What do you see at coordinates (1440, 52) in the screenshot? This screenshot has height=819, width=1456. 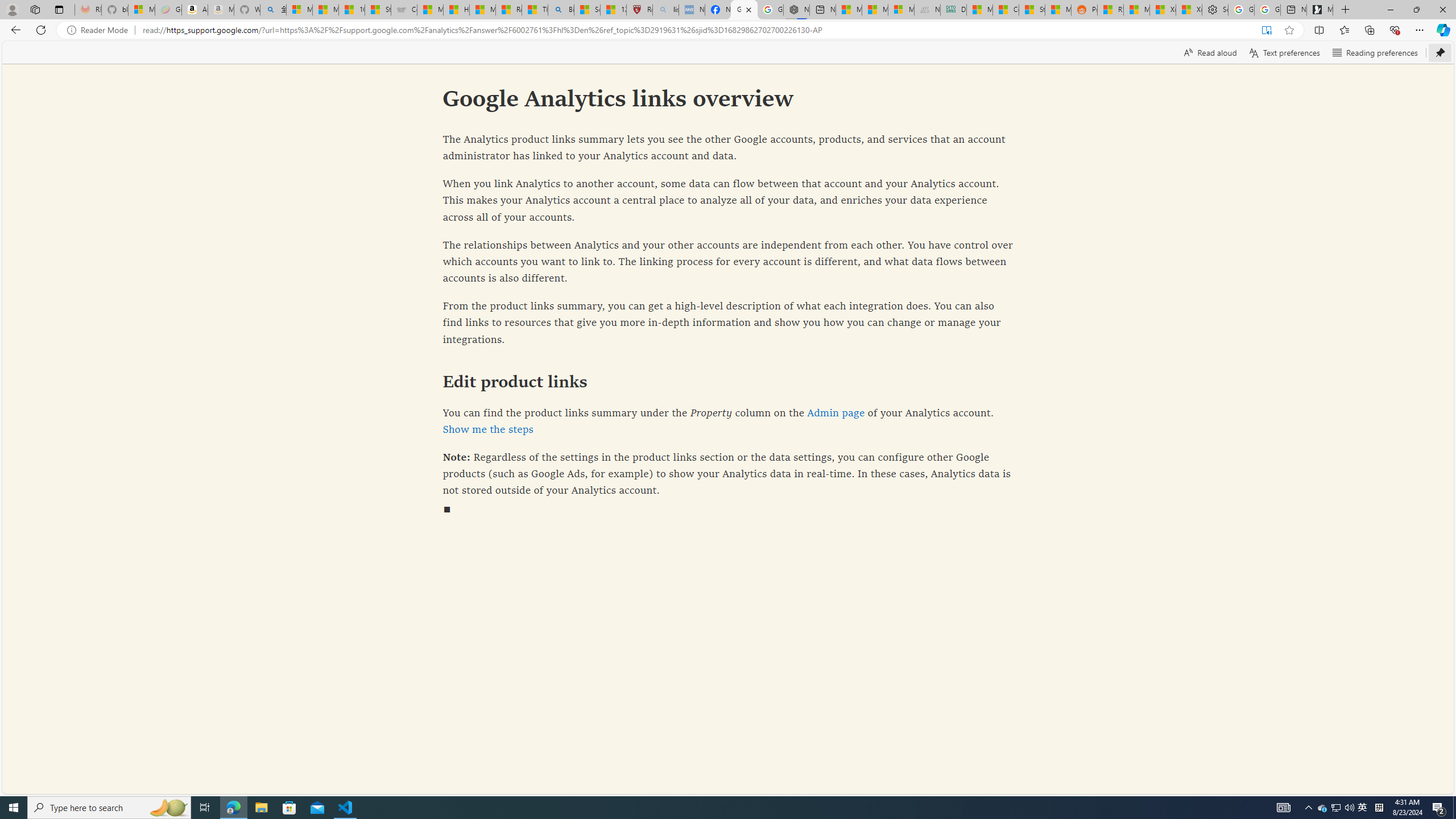 I see `'Unpin toolbar'` at bounding box center [1440, 52].